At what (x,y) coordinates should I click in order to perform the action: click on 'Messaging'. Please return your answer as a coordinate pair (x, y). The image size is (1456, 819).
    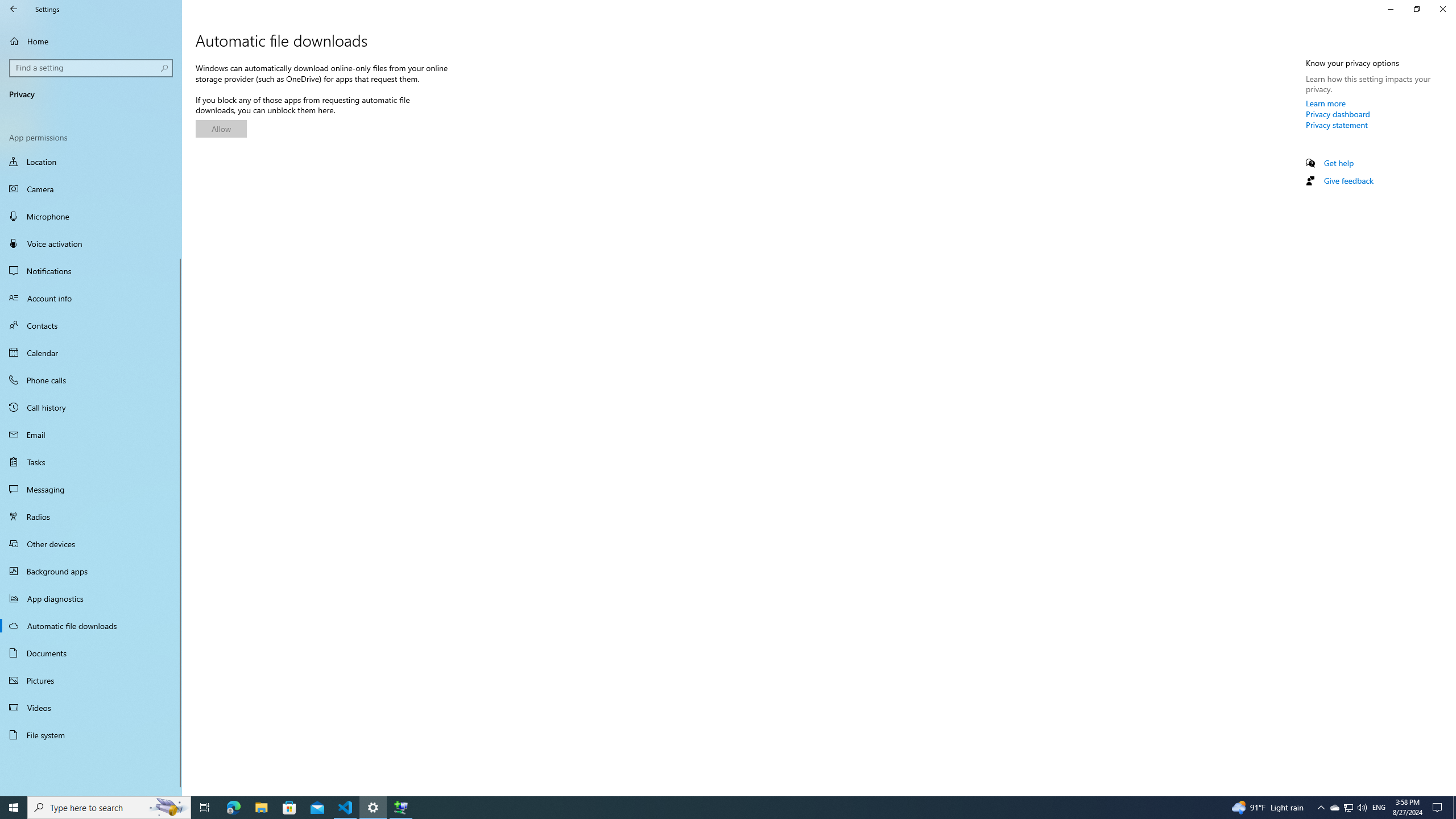
    Looking at the image, I should click on (90, 489).